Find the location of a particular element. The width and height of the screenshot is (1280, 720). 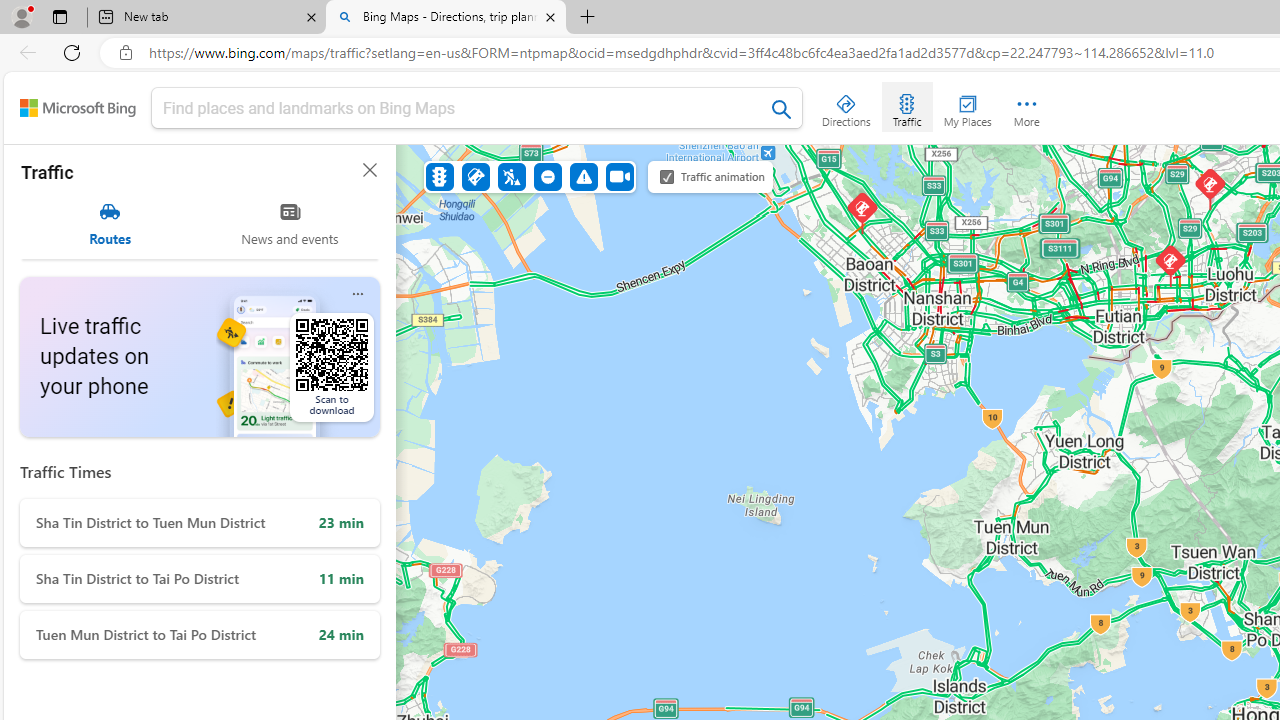

'Routes' is located at coordinates (109, 223).